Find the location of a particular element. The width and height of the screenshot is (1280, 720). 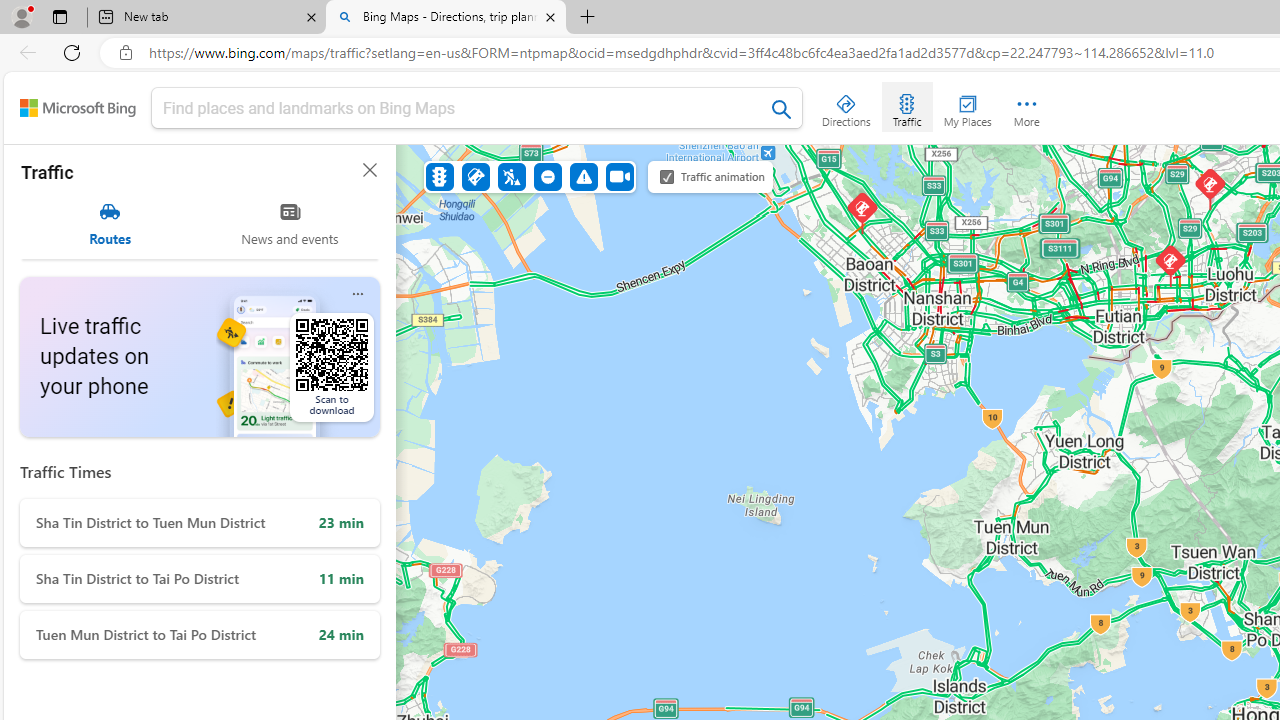

'Routes' is located at coordinates (109, 223).